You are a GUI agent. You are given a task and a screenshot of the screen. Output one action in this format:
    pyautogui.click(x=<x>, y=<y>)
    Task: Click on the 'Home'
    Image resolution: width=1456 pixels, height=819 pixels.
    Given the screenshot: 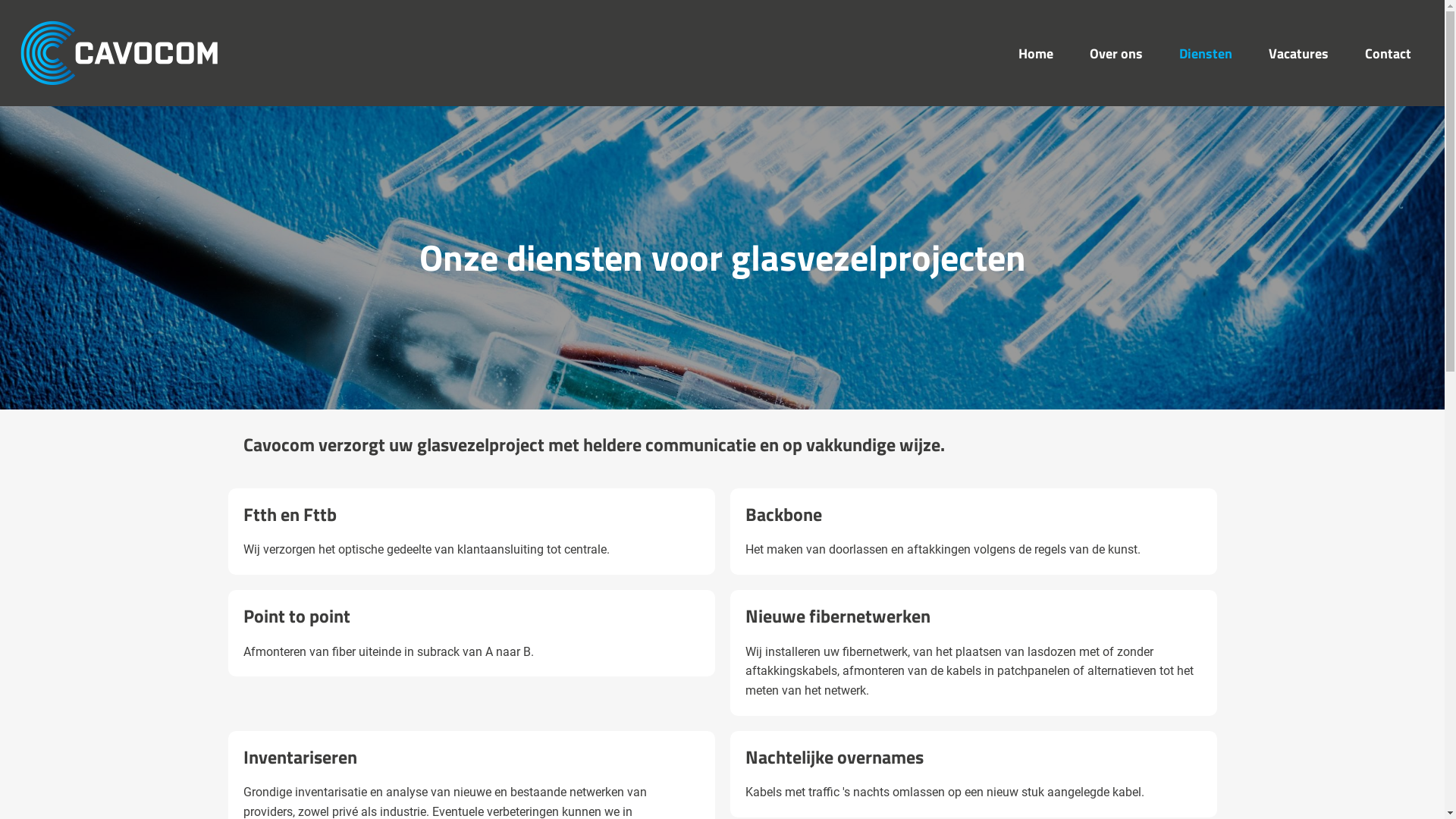 What is the action you would take?
    pyautogui.click(x=1035, y=52)
    